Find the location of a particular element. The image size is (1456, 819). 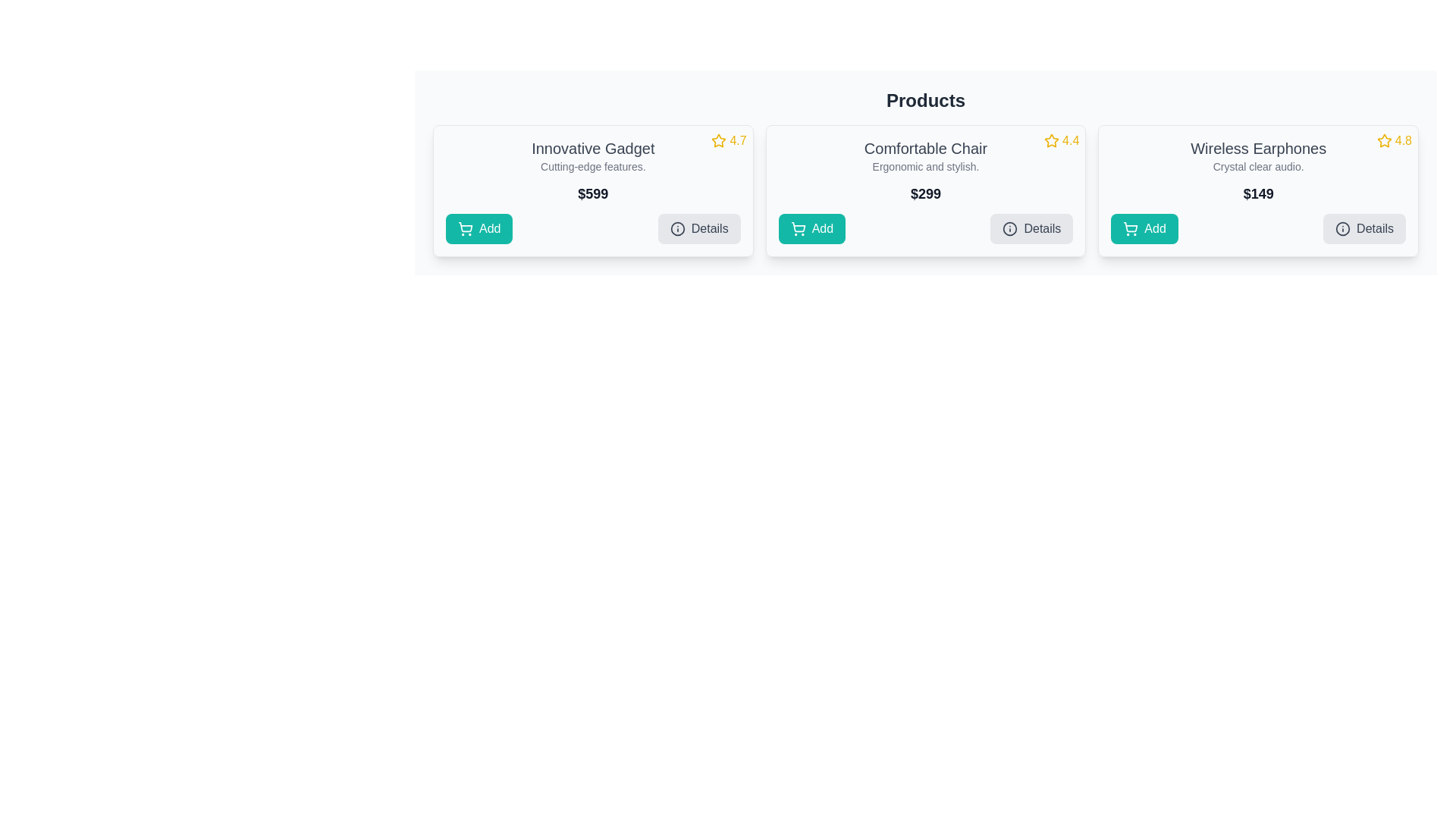

vector graphic representing the cart icon within the 'Add' button for the 'Wireless Earphones' product is located at coordinates (1131, 227).